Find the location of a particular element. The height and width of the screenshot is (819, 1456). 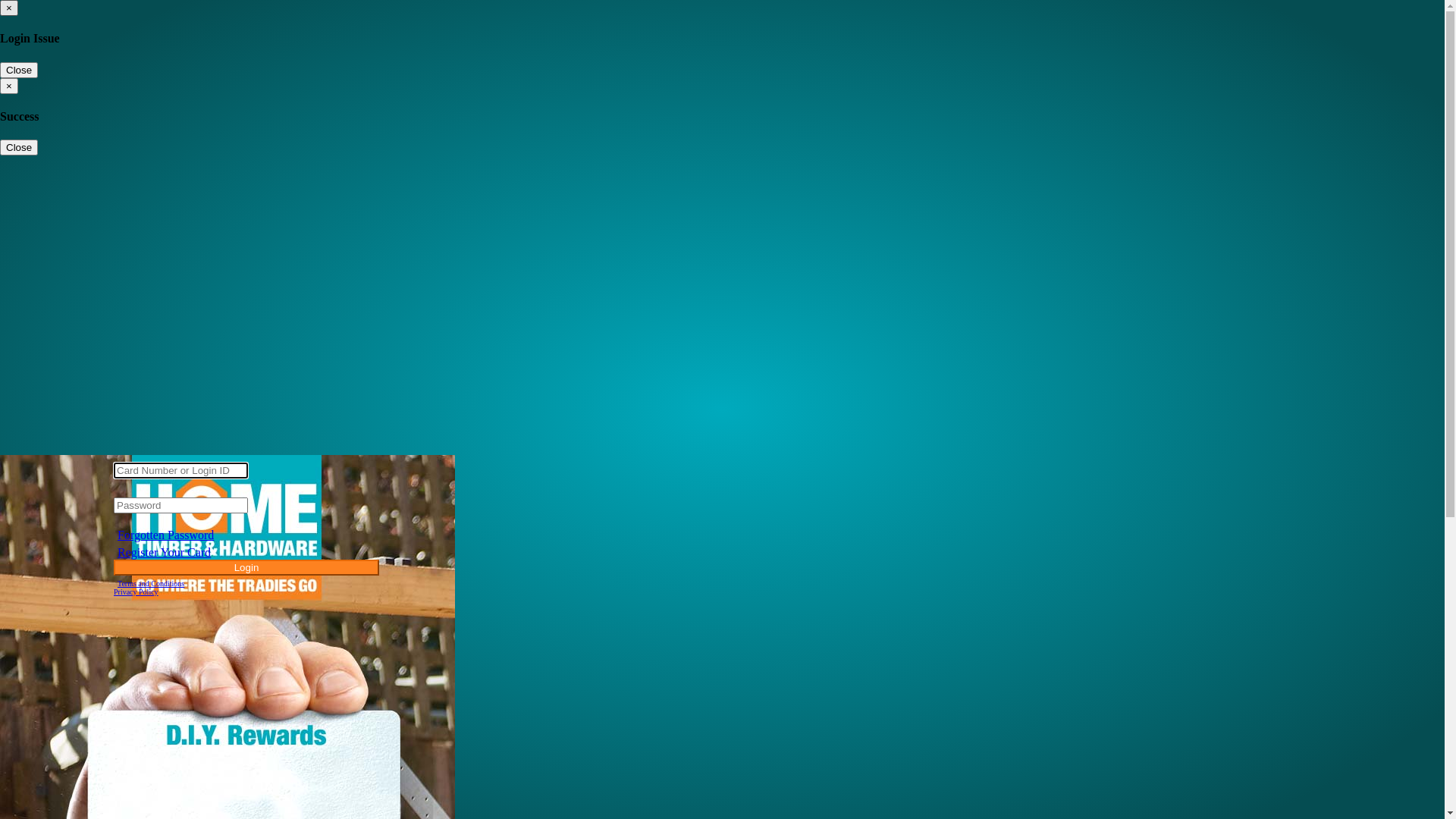

'Privacy Policy' is located at coordinates (136, 591).